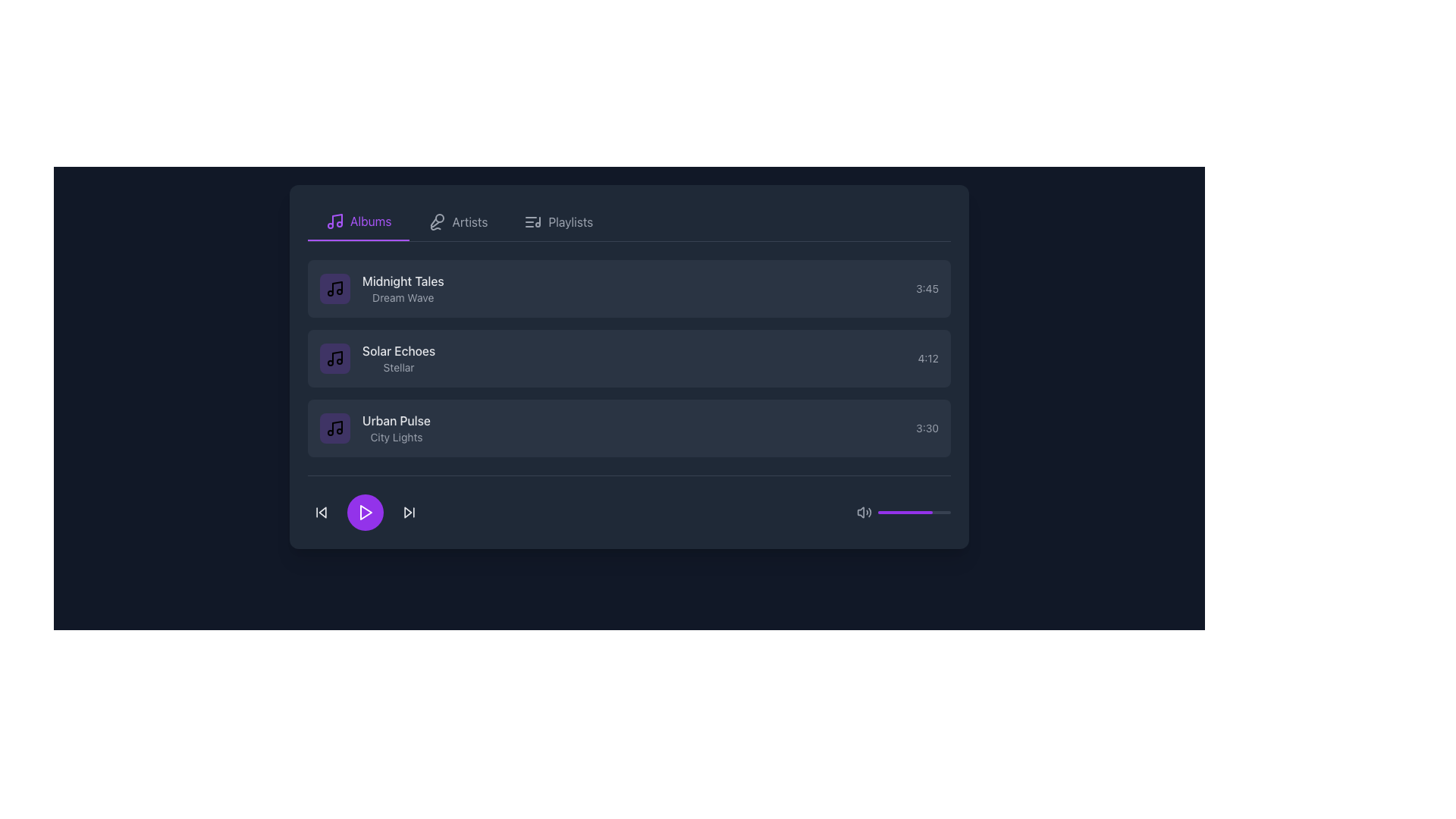  I want to click on the 'Albums' text label in the navigation tab, so click(371, 221).